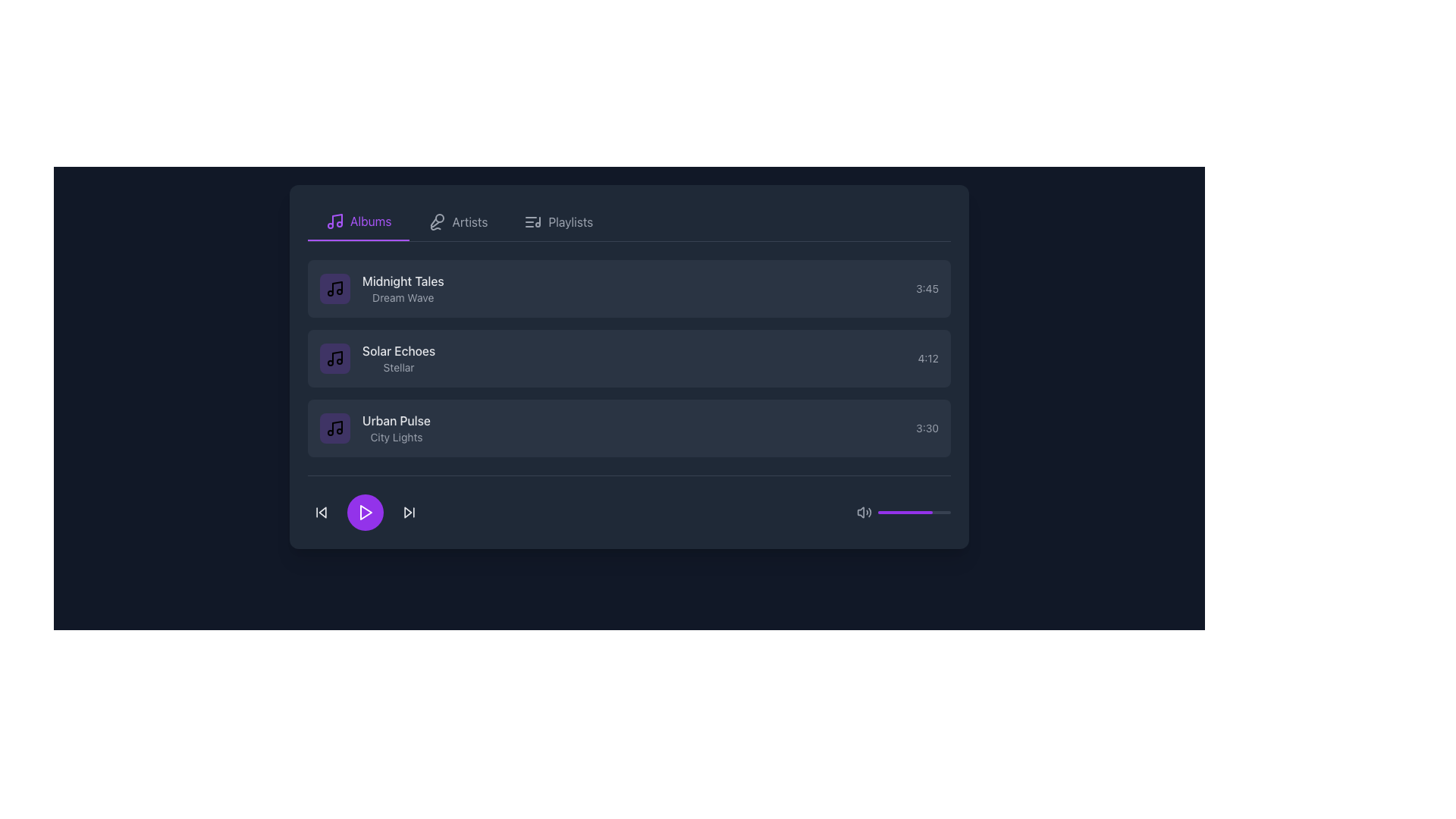  I want to click on the 'Albums' text label in the navigation tab, so click(371, 221).